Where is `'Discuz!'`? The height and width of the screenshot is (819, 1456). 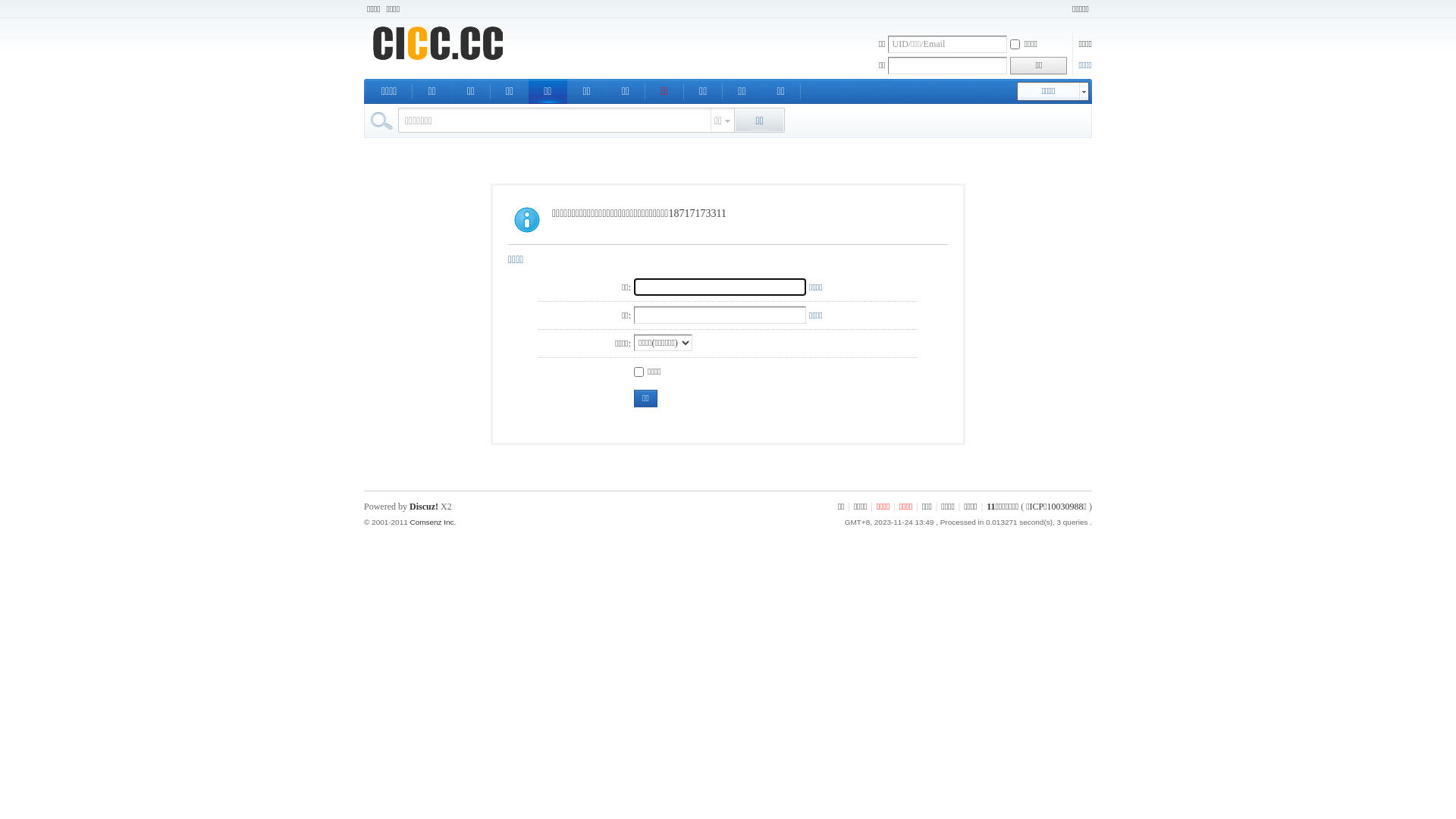 'Discuz!' is located at coordinates (423, 506).